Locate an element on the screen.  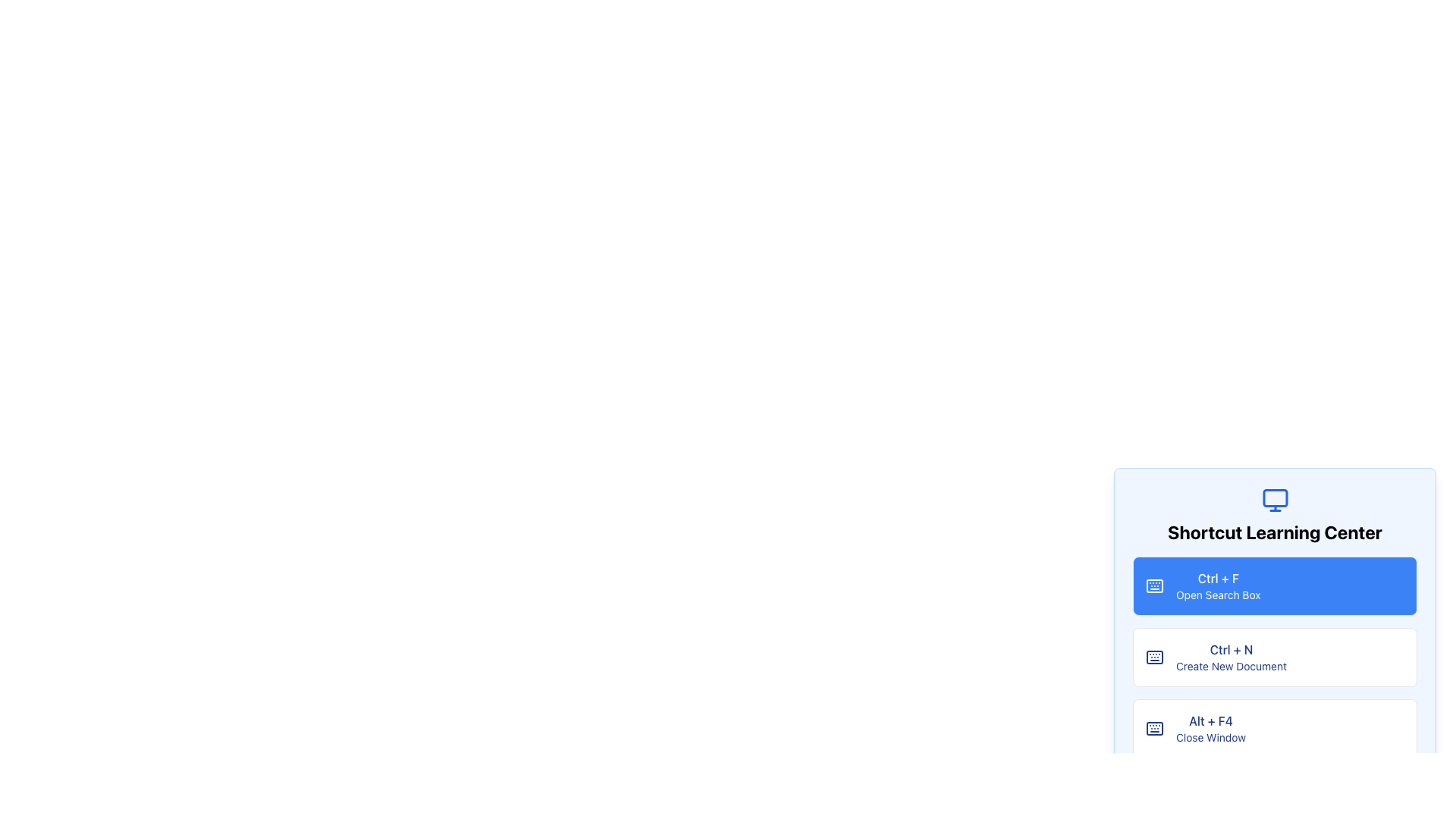
the text element that reads 'Ctrl + N', which provides a keyboard shortcut instruction in a medium blue font, located in the Shortcut Learning Center is located at coordinates (1231, 657).